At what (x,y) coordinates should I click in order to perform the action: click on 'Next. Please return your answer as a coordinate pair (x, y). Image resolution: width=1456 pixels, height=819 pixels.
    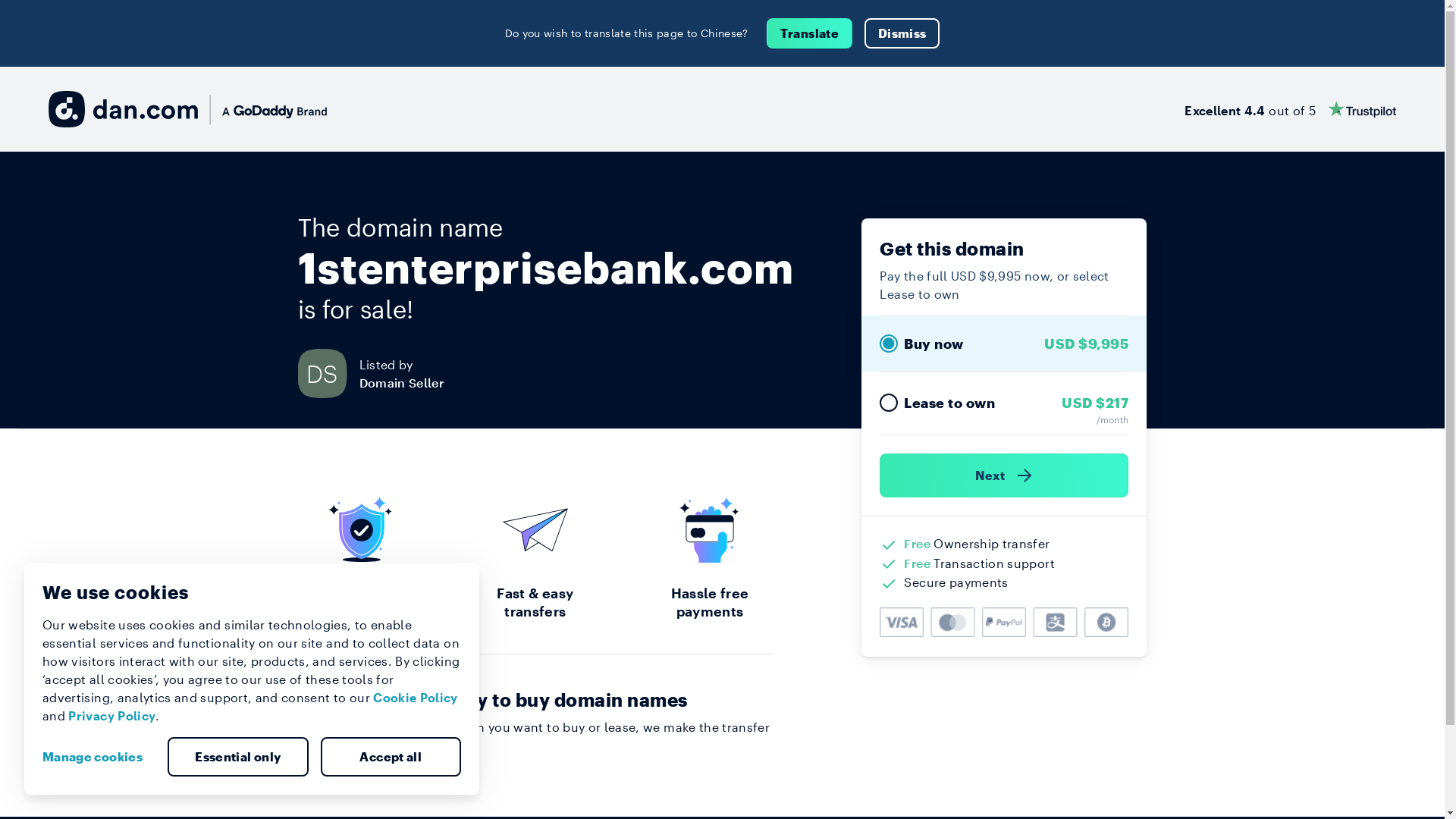
    Looking at the image, I should click on (1004, 475).